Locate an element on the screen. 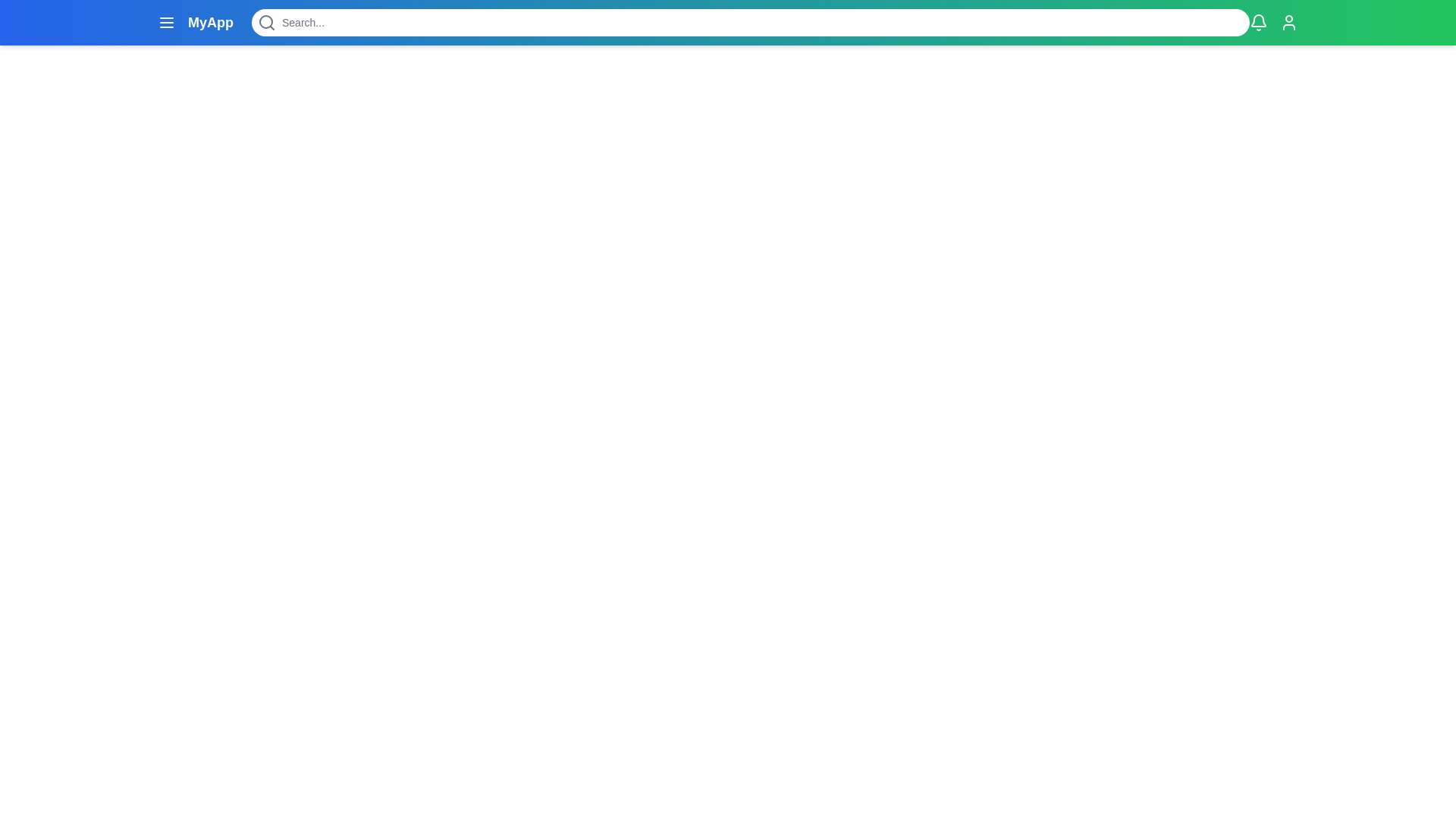 The width and height of the screenshot is (1456, 819). the text label reading 'MyApp', which is styled in bold white font on a blue background, located to the right of the menu icon is located at coordinates (210, 23).